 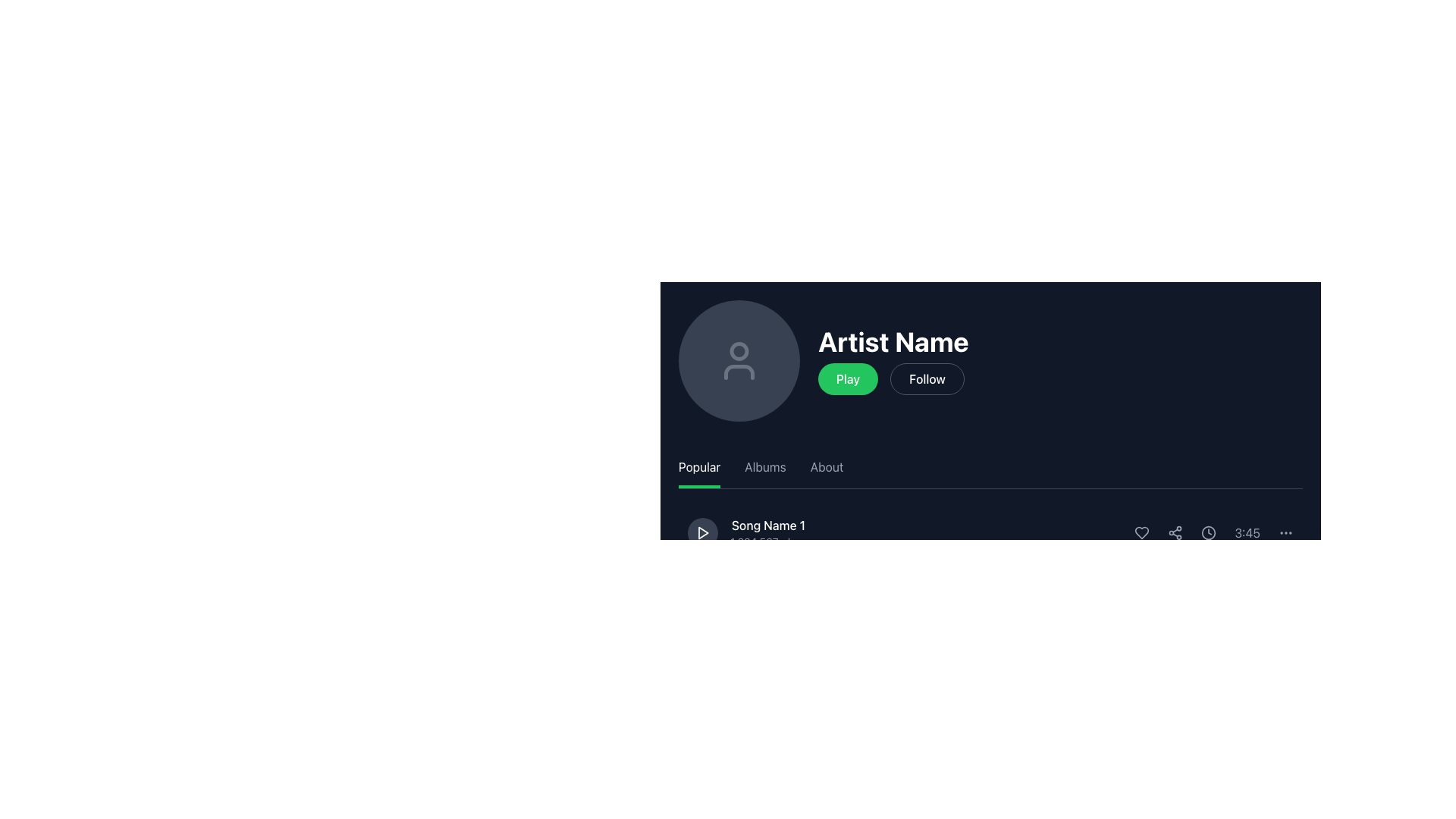 I want to click on the play button icon located near the left side of the media item list, so click(x=702, y=532).